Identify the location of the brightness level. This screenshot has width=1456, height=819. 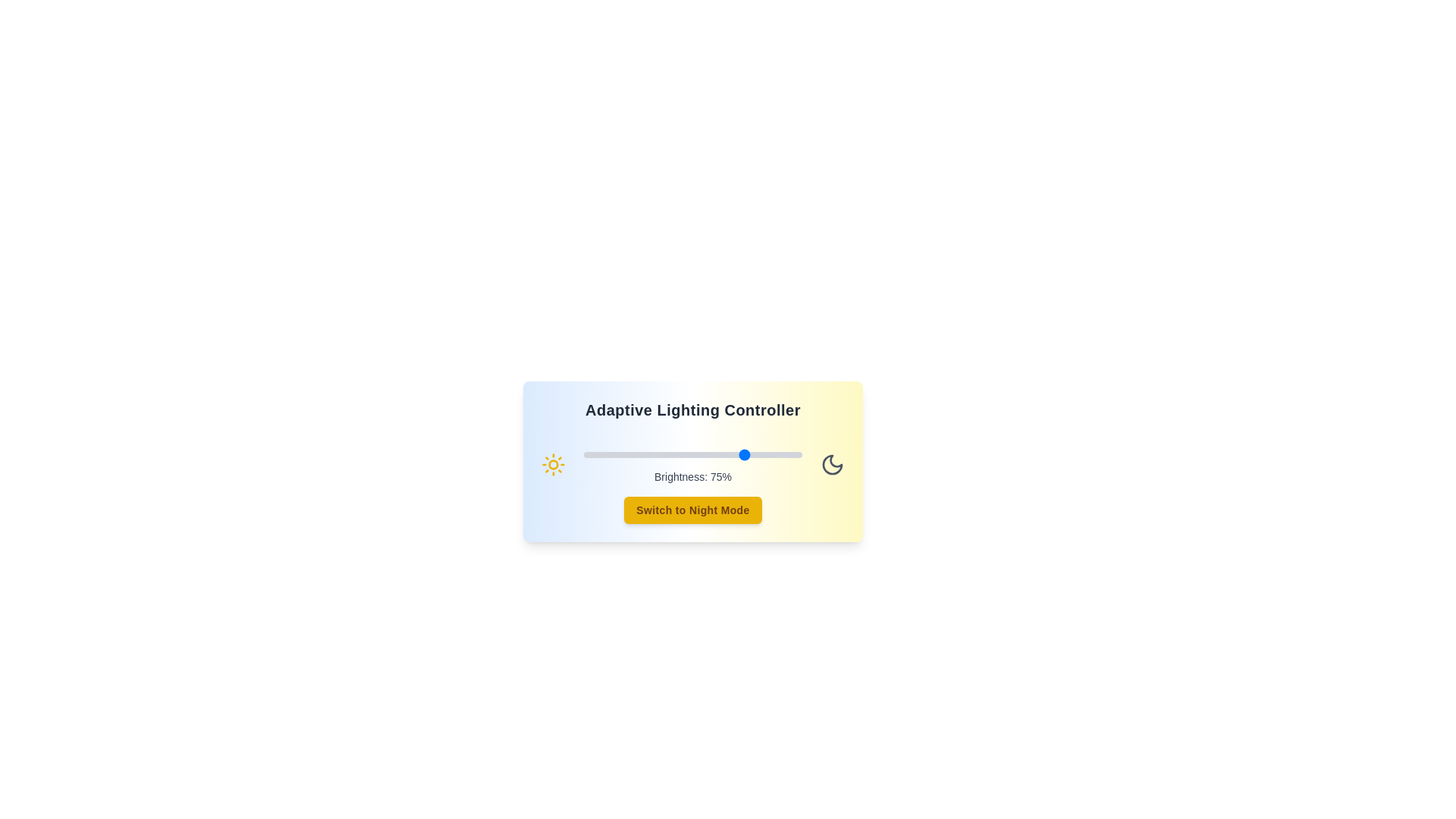
(723, 454).